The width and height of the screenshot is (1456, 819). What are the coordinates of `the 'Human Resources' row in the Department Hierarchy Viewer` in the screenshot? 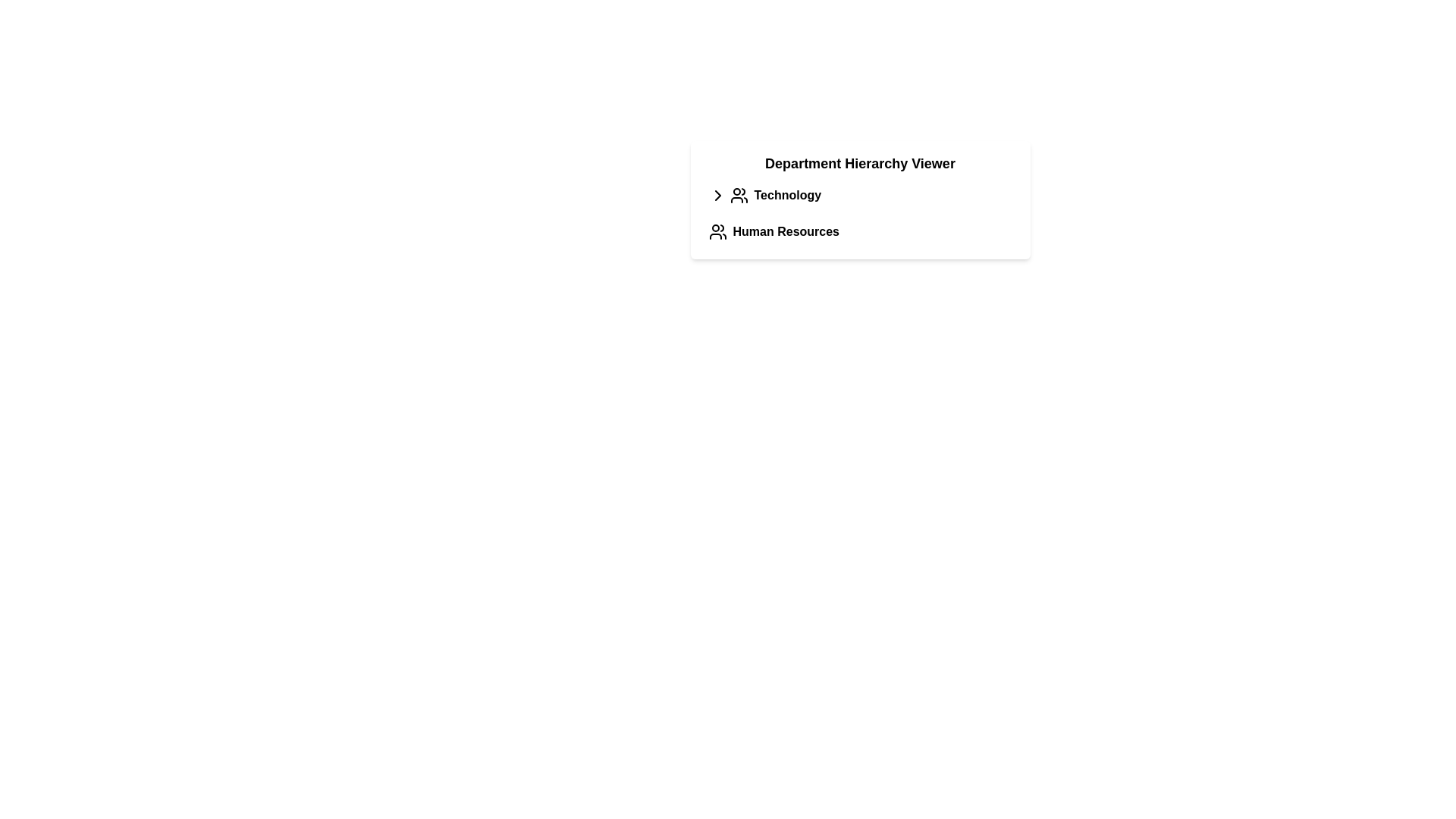 It's located at (860, 213).